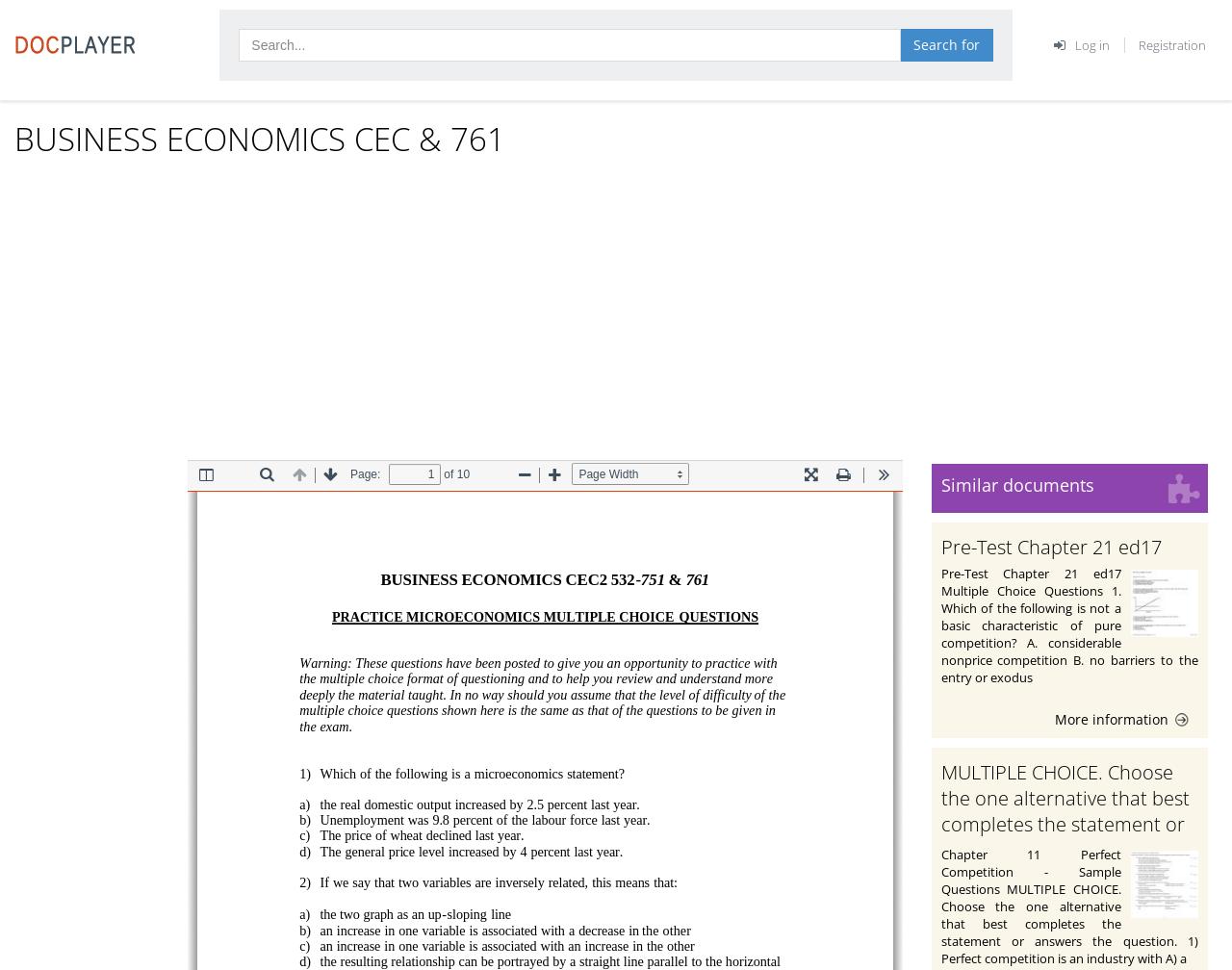  What do you see at coordinates (1068, 624) in the screenshot?
I see `'Pre-Test Chapter 21 ed17 Multiple Choice Questions 1. Which of the following is not a basic characteristic of pure competition? A. considerable nonprice competition B. no barriers to the entry or exodus'` at bounding box center [1068, 624].